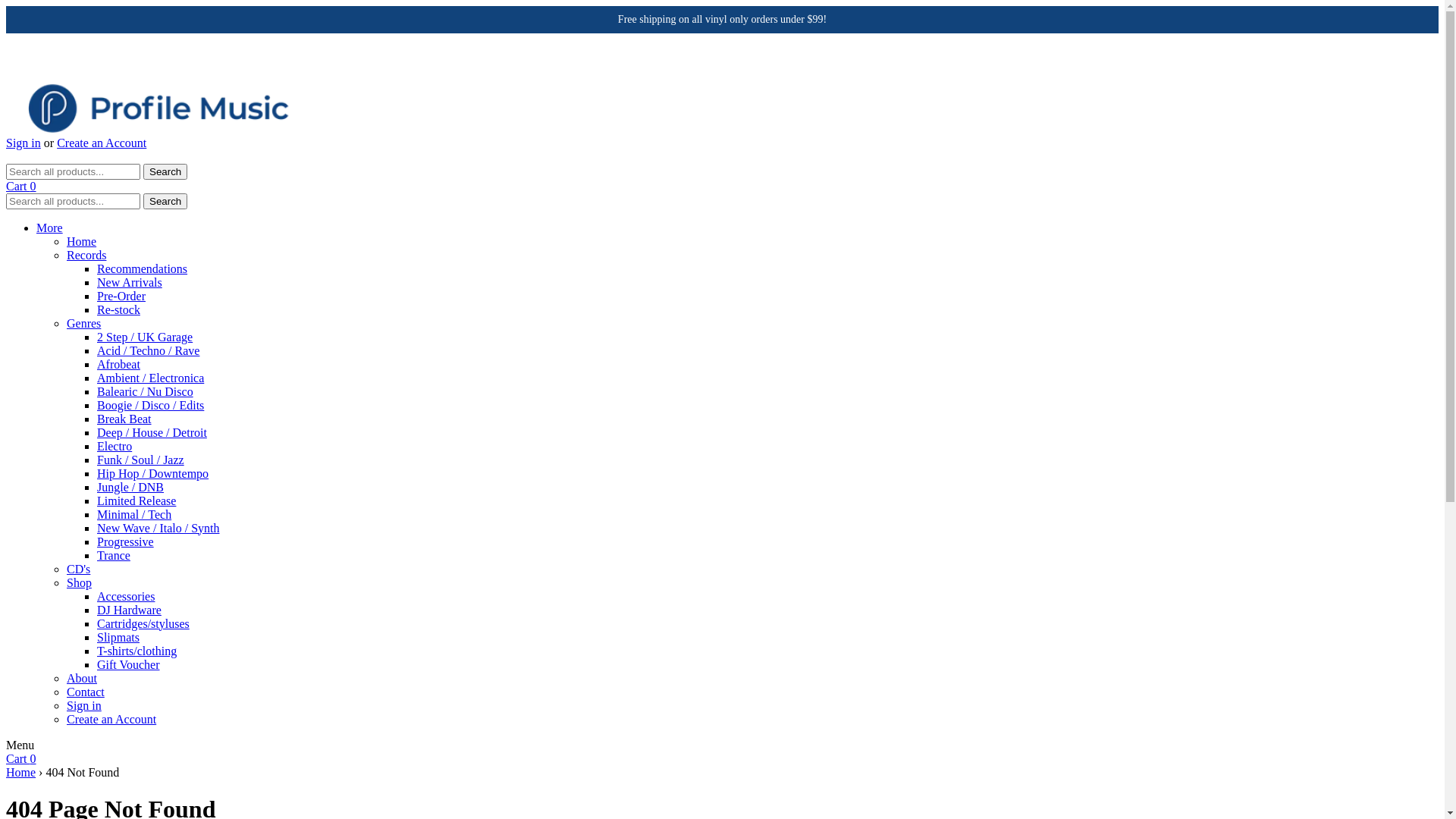  I want to click on 'Jungle / DNB', so click(130, 487).